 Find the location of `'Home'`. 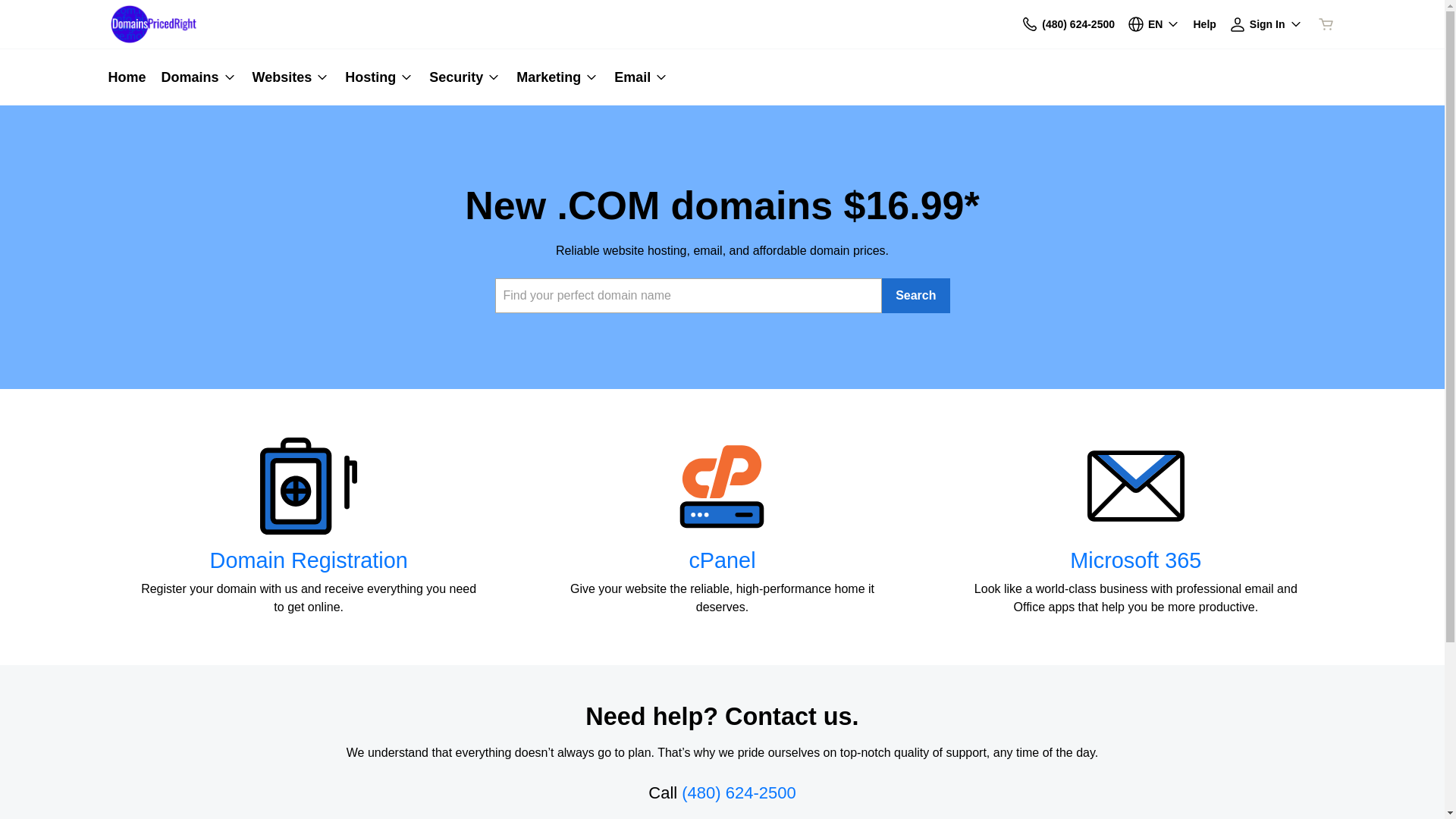

'Home' is located at coordinates (107, 77).